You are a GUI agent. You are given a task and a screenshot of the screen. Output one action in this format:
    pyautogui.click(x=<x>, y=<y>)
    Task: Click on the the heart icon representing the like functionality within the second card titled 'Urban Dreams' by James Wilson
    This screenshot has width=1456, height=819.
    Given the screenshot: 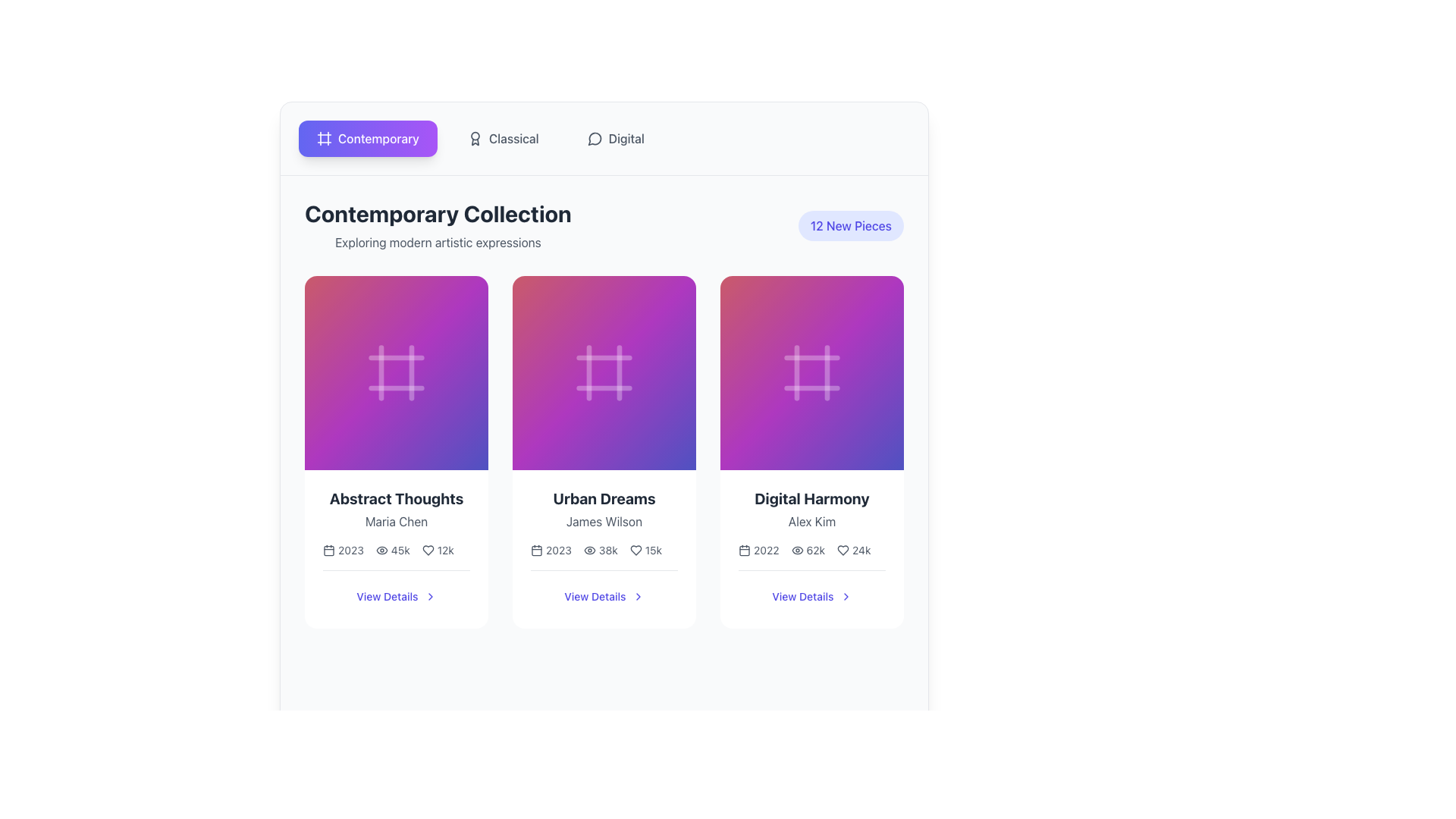 What is the action you would take?
    pyautogui.click(x=635, y=550)
    